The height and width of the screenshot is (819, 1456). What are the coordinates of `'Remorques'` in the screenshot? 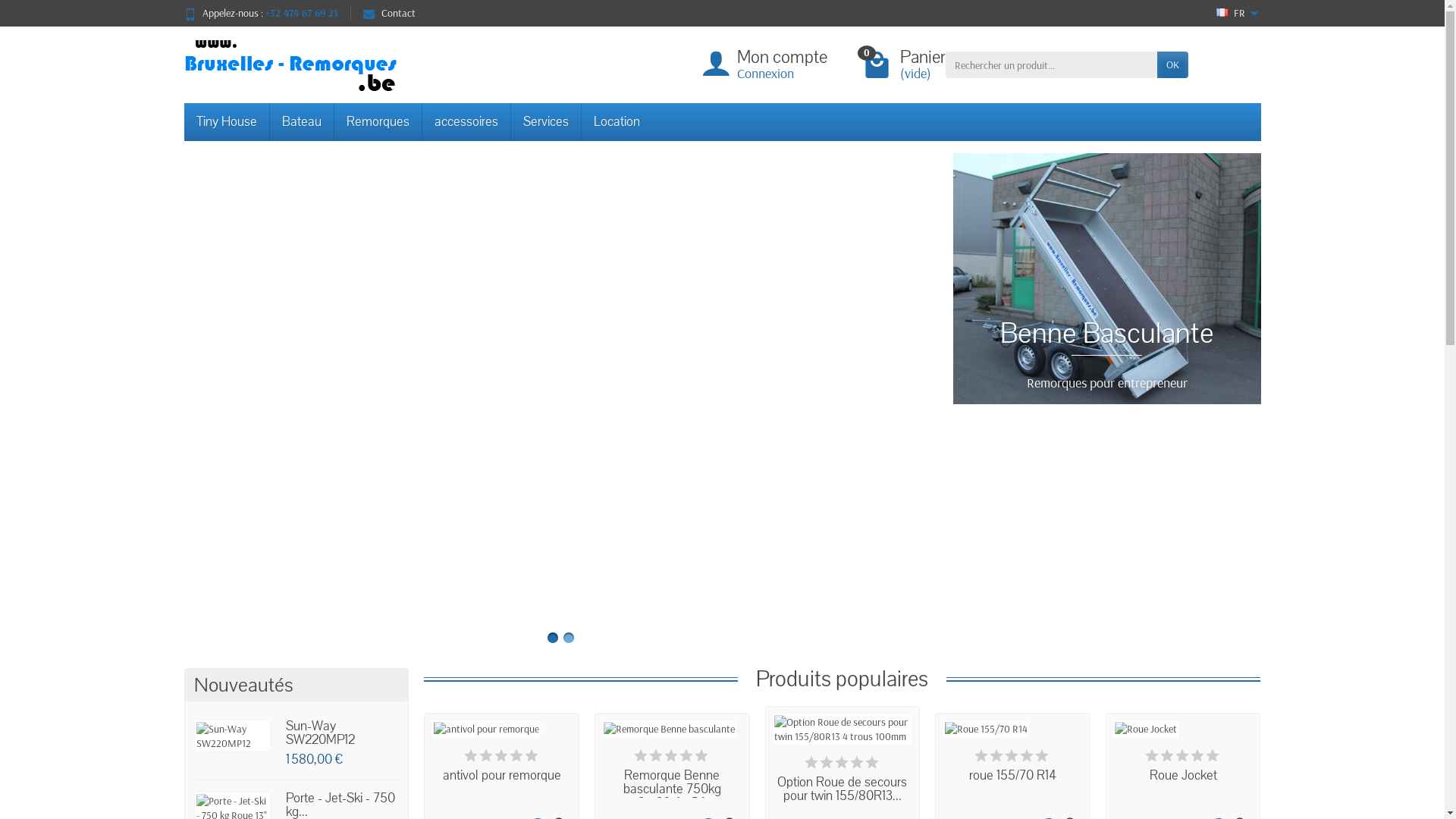 It's located at (333, 121).